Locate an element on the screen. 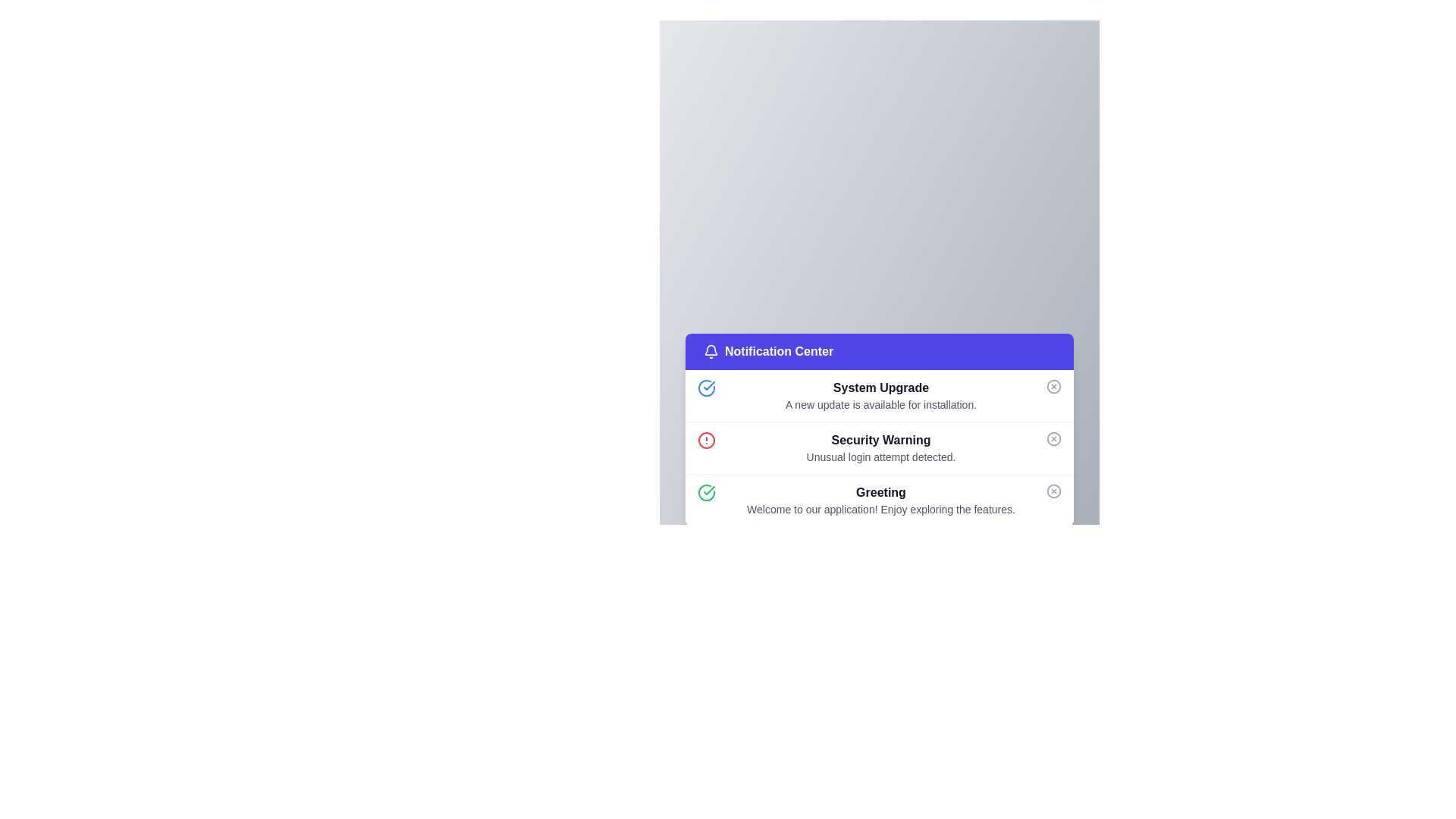 The height and width of the screenshot is (819, 1456). the 'System Upgrade' notification in the Notification Center, which displays 'System Upgrade' in bold black font and 'A new update is available for installation.' in smaller gray font is located at coordinates (880, 394).